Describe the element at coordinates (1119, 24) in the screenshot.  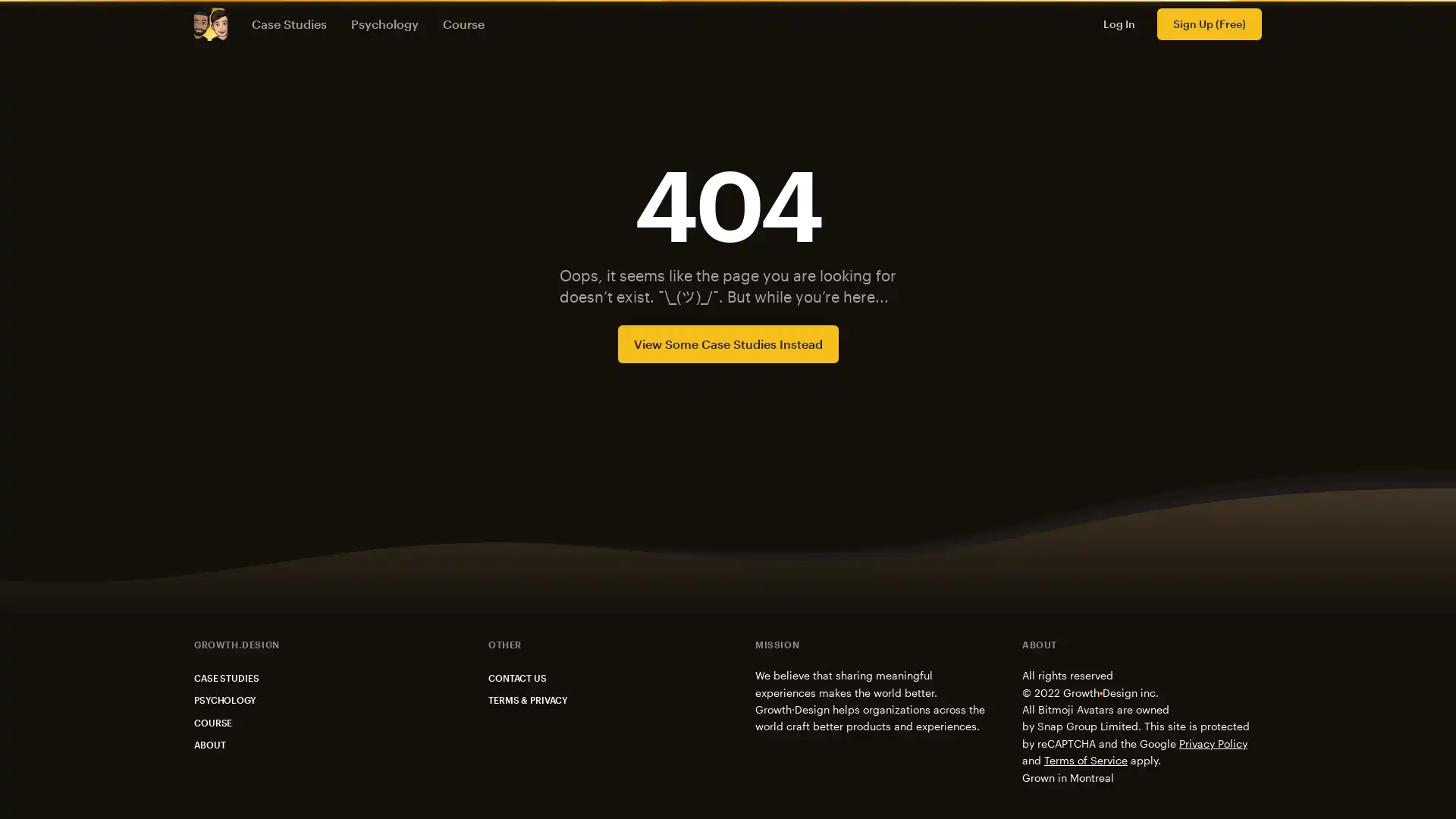
I see `Log In` at that location.